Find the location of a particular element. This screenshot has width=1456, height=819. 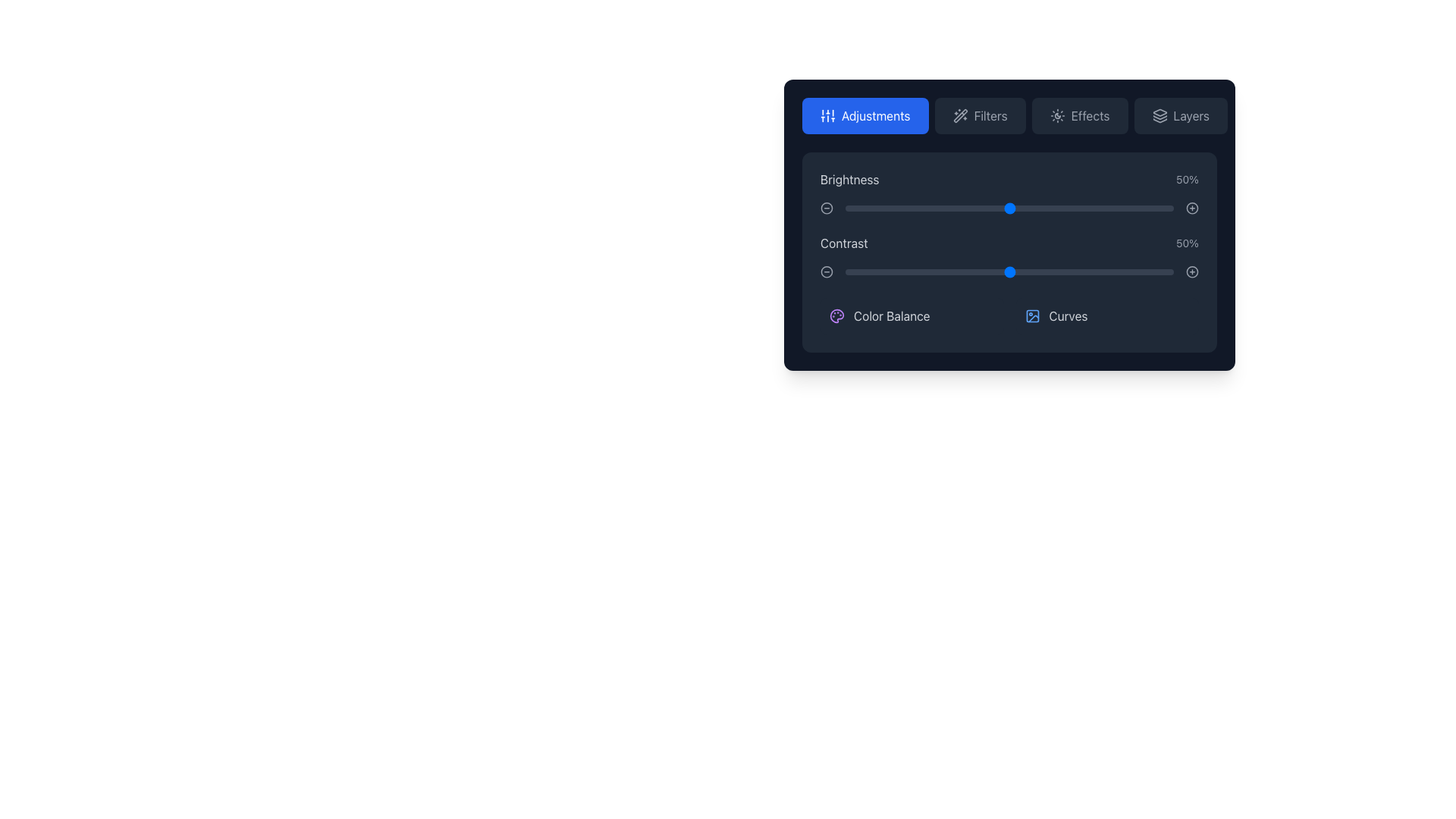

the brightness percentage display text, which indicates the current brightness level set to 50%, located in the top-right portion of the interface is located at coordinates (1186, 178).